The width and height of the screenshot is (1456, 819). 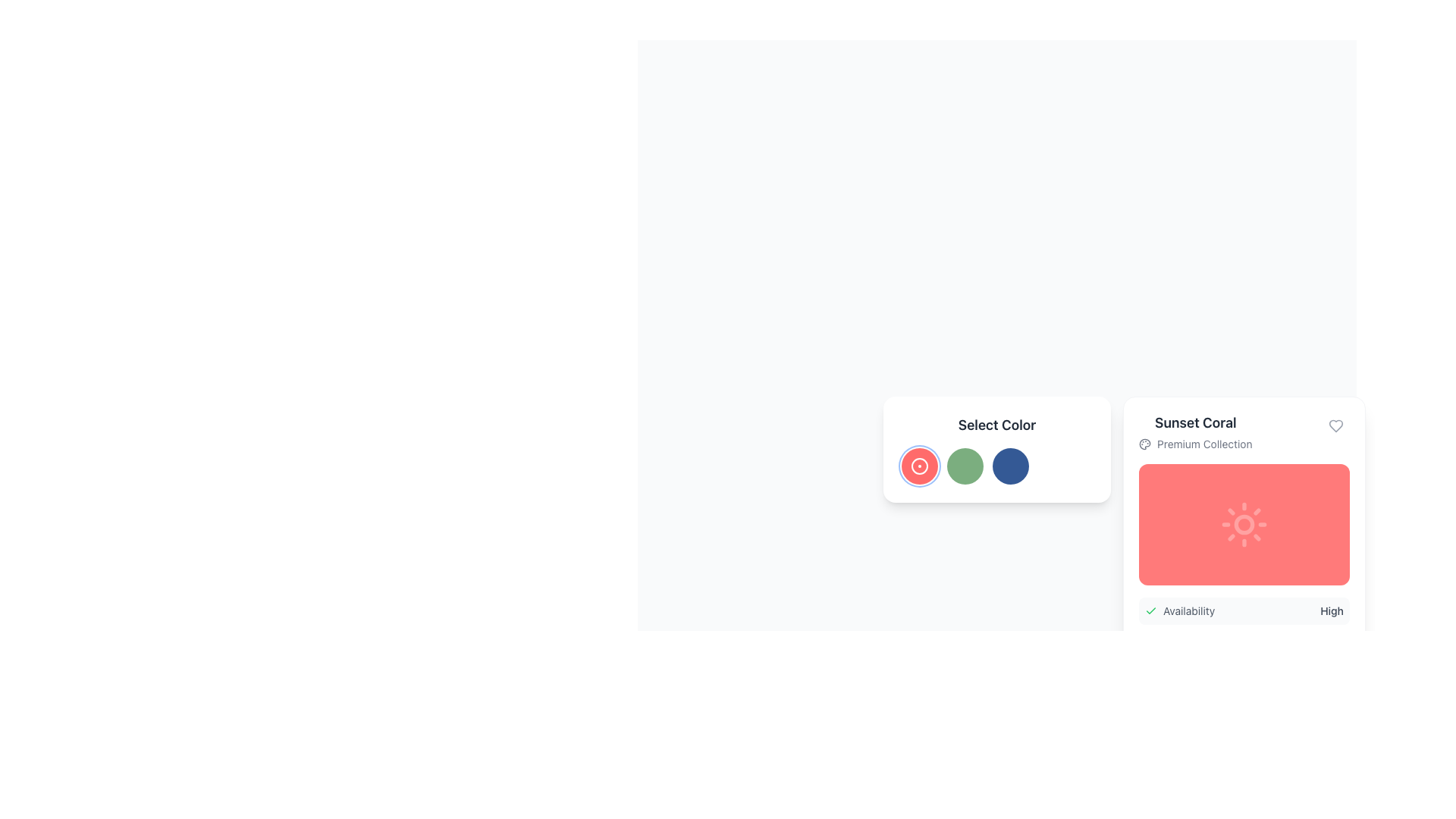 What do you see at coordinates (1011, 465) in the screenshot?
I see `the circular blue button, which is the third in a horizontal sequence of three buttons` at bounding box center [1011, 465].